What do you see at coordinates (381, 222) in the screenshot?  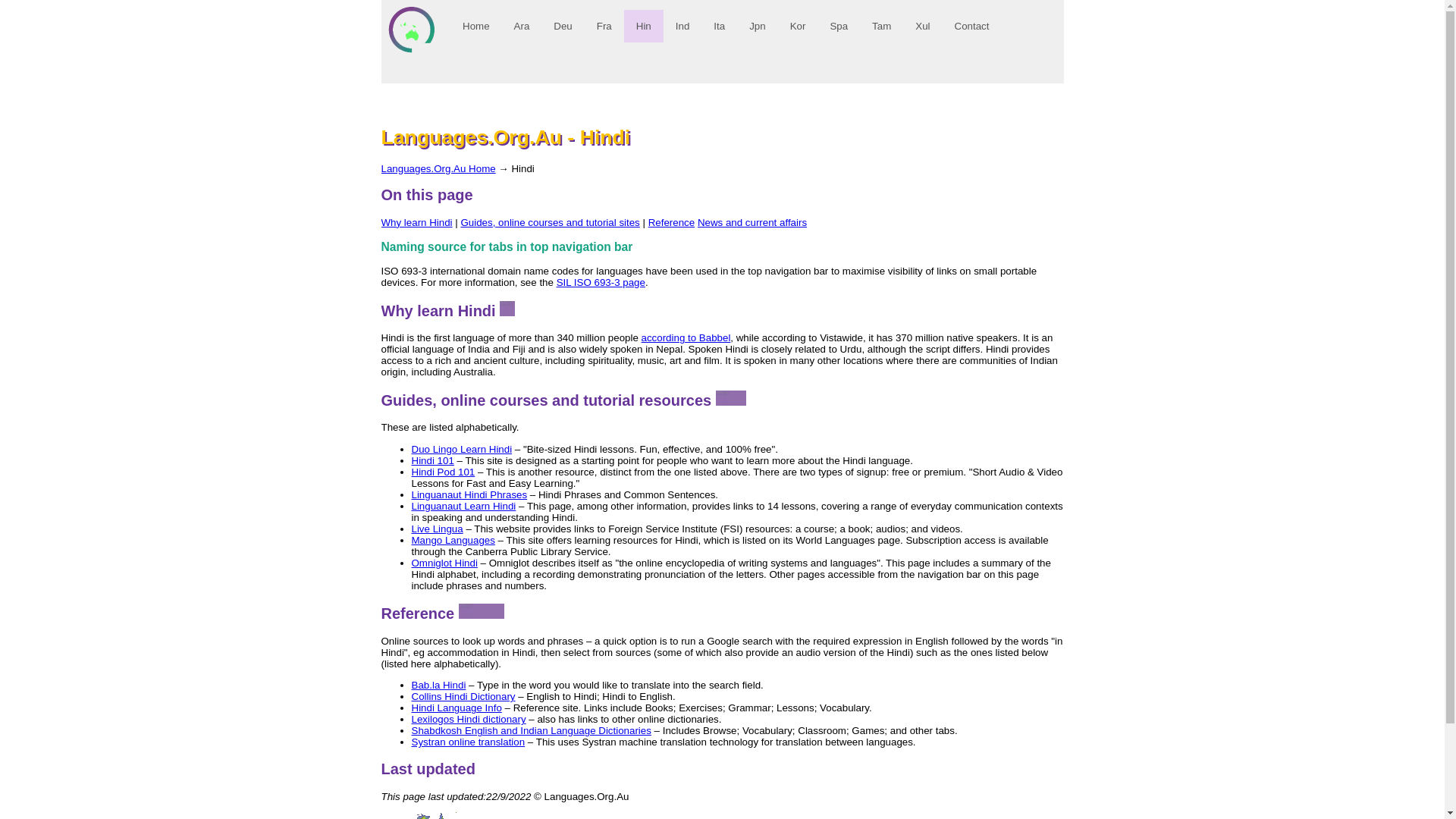 I see `'Why learn Hindi'` at bounding box center [381, 222].